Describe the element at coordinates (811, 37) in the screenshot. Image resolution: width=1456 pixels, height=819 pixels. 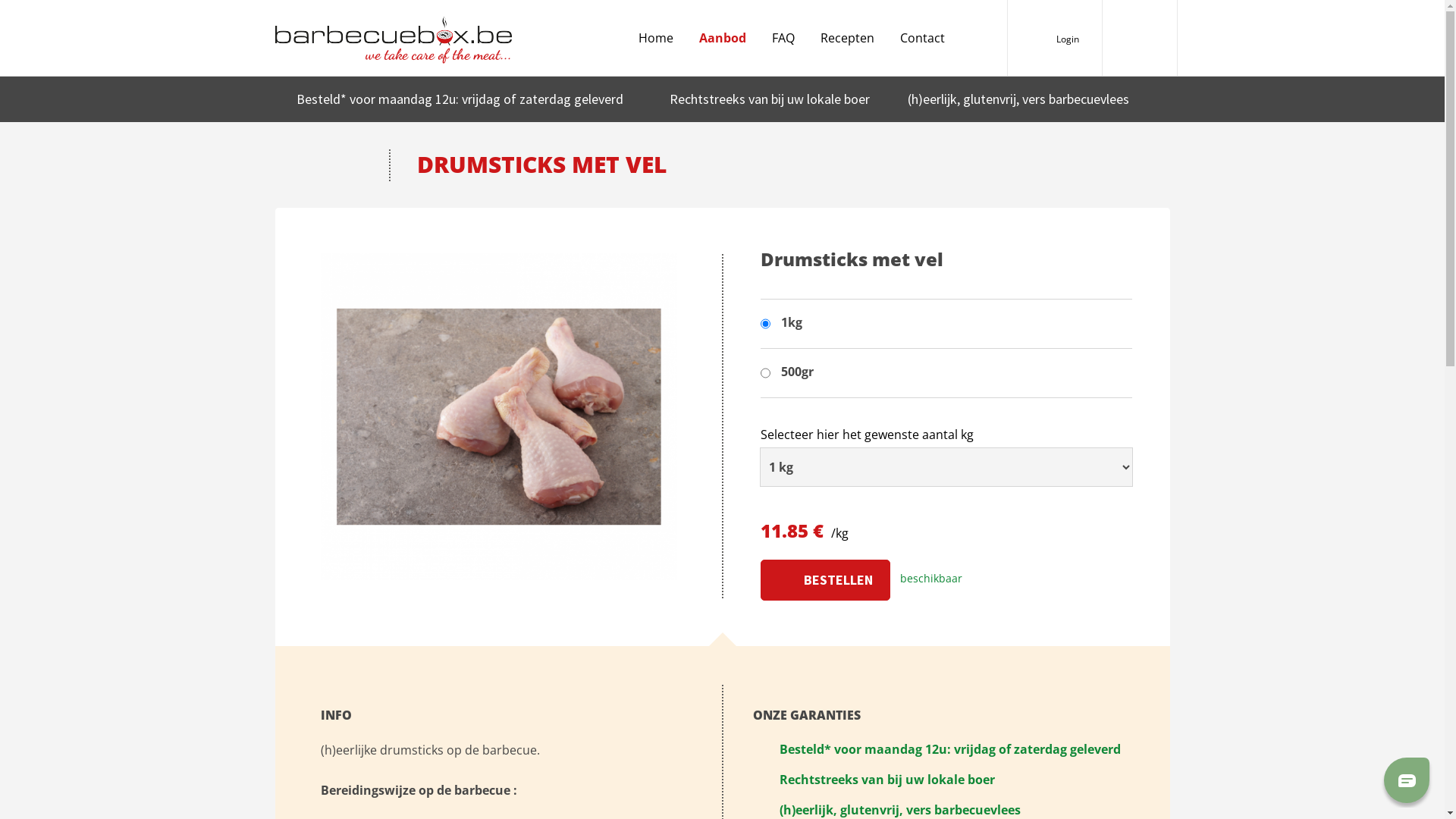
I see `'Recepten'` at that location.